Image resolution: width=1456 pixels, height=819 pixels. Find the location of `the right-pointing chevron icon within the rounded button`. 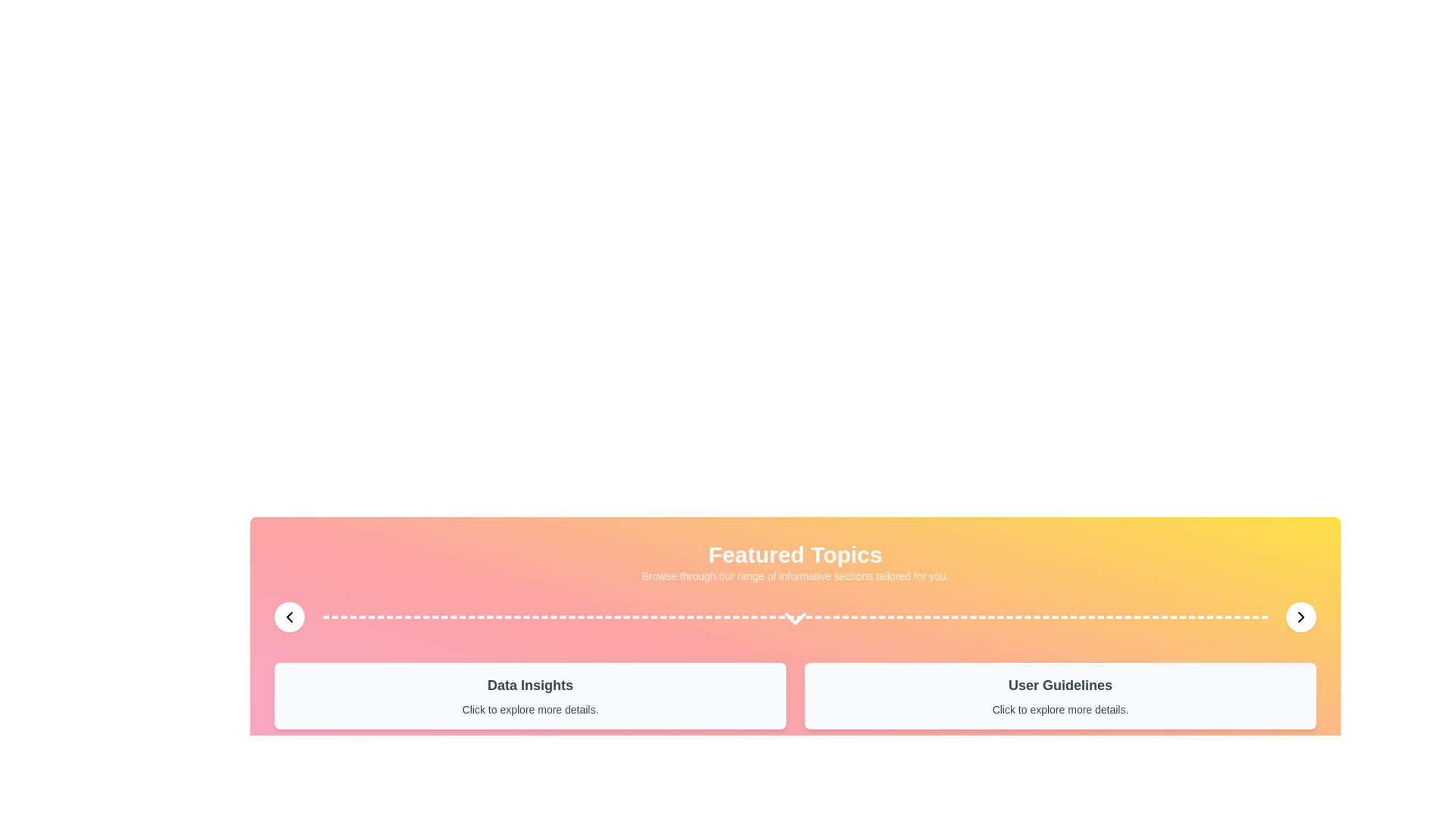

the right-pointing chevron icon within the rounded button is located at coordinates (1301, 617).